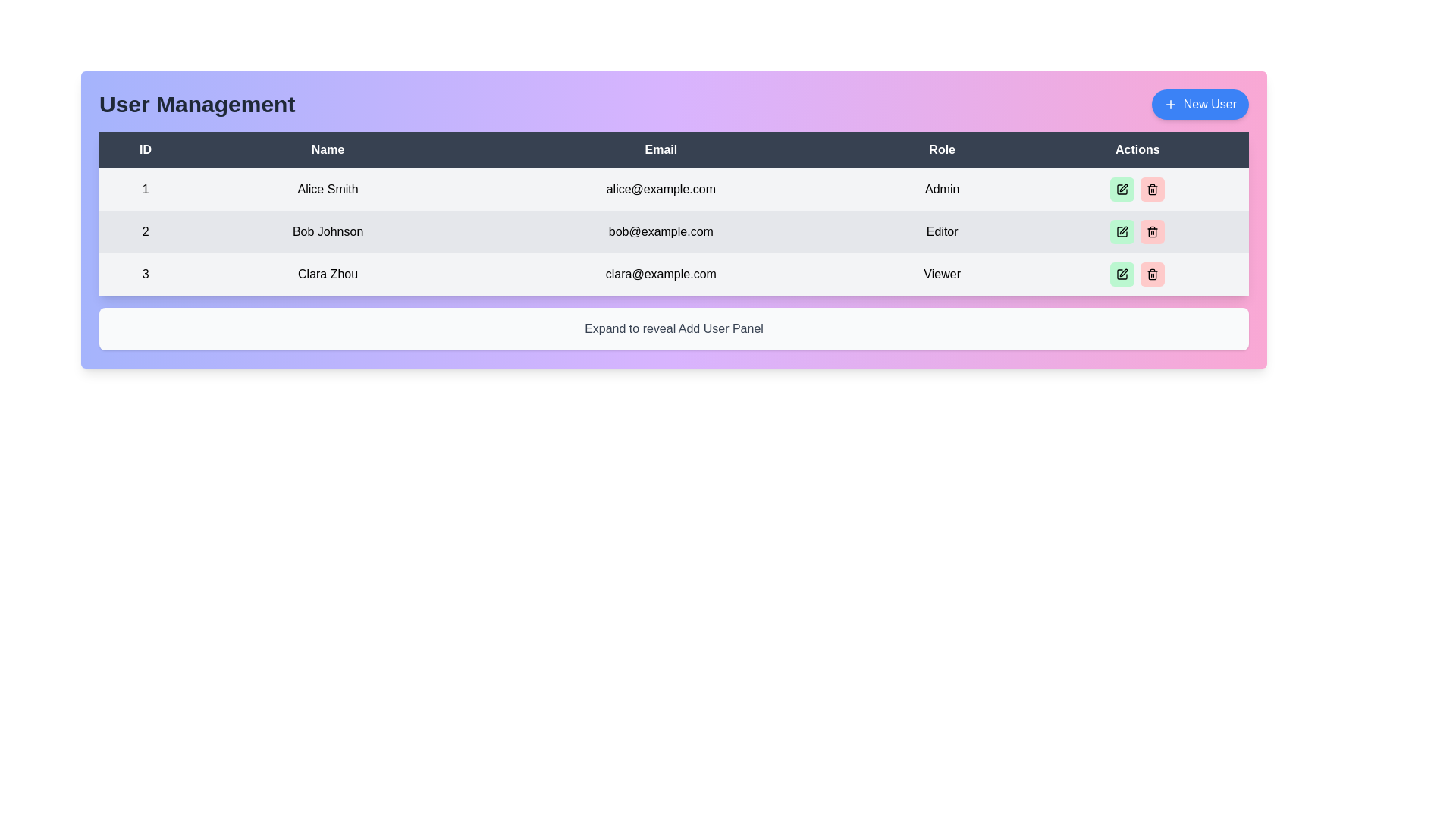 The image size is (1456, 819). What do you see at coordinates (327, 231) in the screenshot?
I see `the text label displaying 'Bob Johnson' in the second row of the table under the 'Name' column, which is styled in black font on a light gray background` at bounding box center [327, 231].